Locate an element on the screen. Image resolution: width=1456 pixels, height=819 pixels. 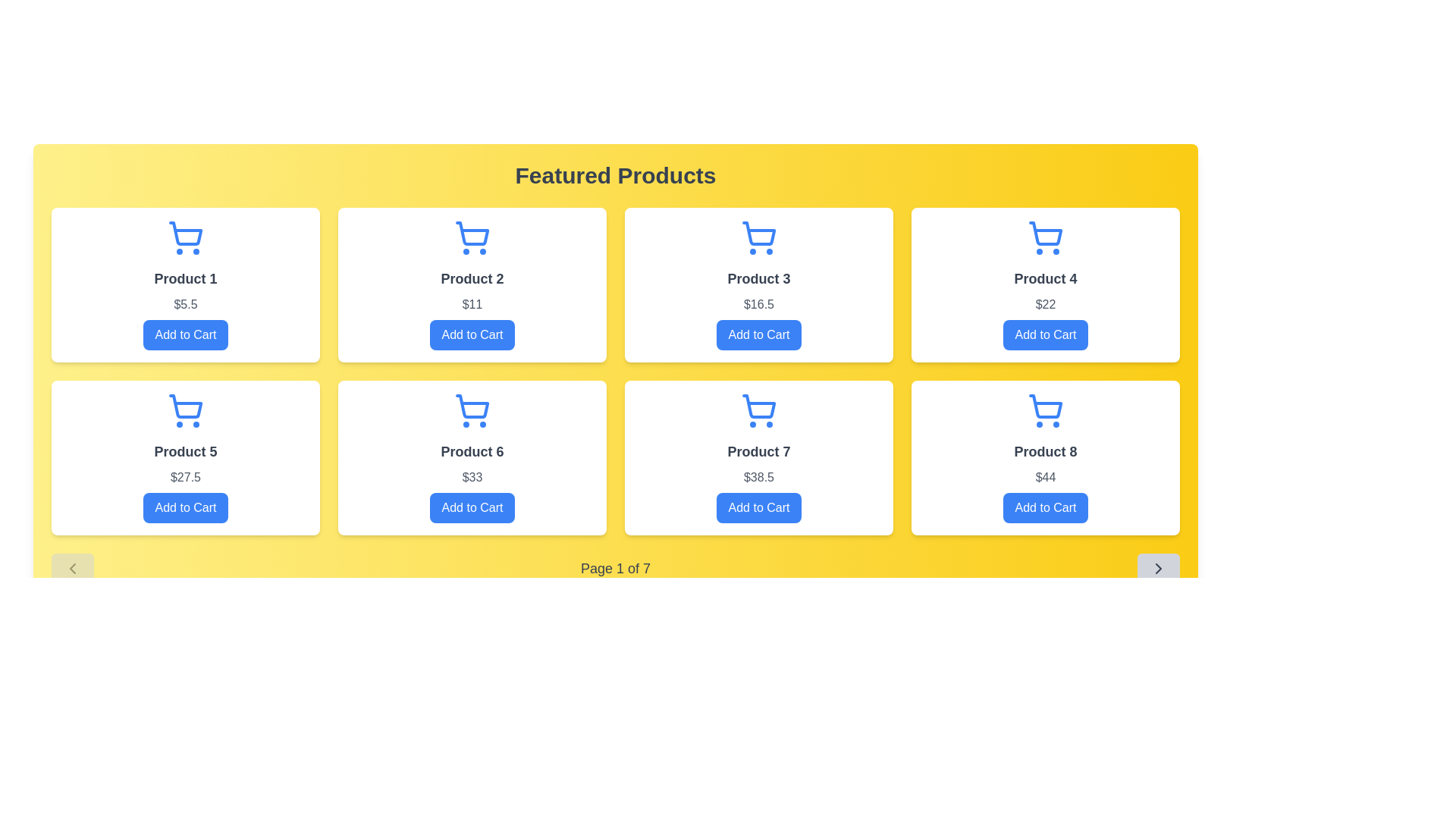
the blue stroke shopping cart icon associated with 'Product 6' in the second card of the second row is located at coordinates (472, 406).